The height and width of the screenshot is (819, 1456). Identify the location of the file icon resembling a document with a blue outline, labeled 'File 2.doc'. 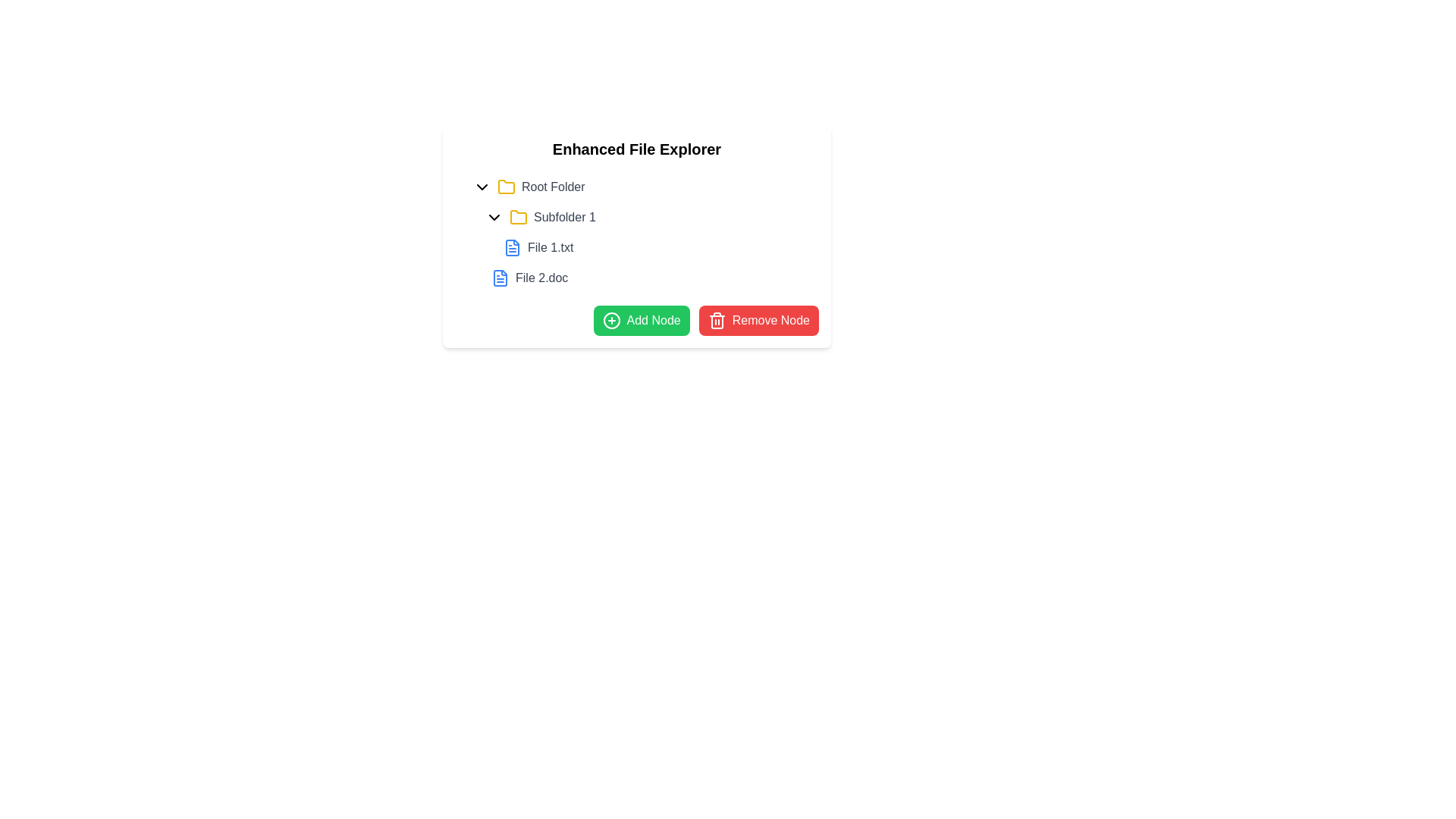
(500, 278).